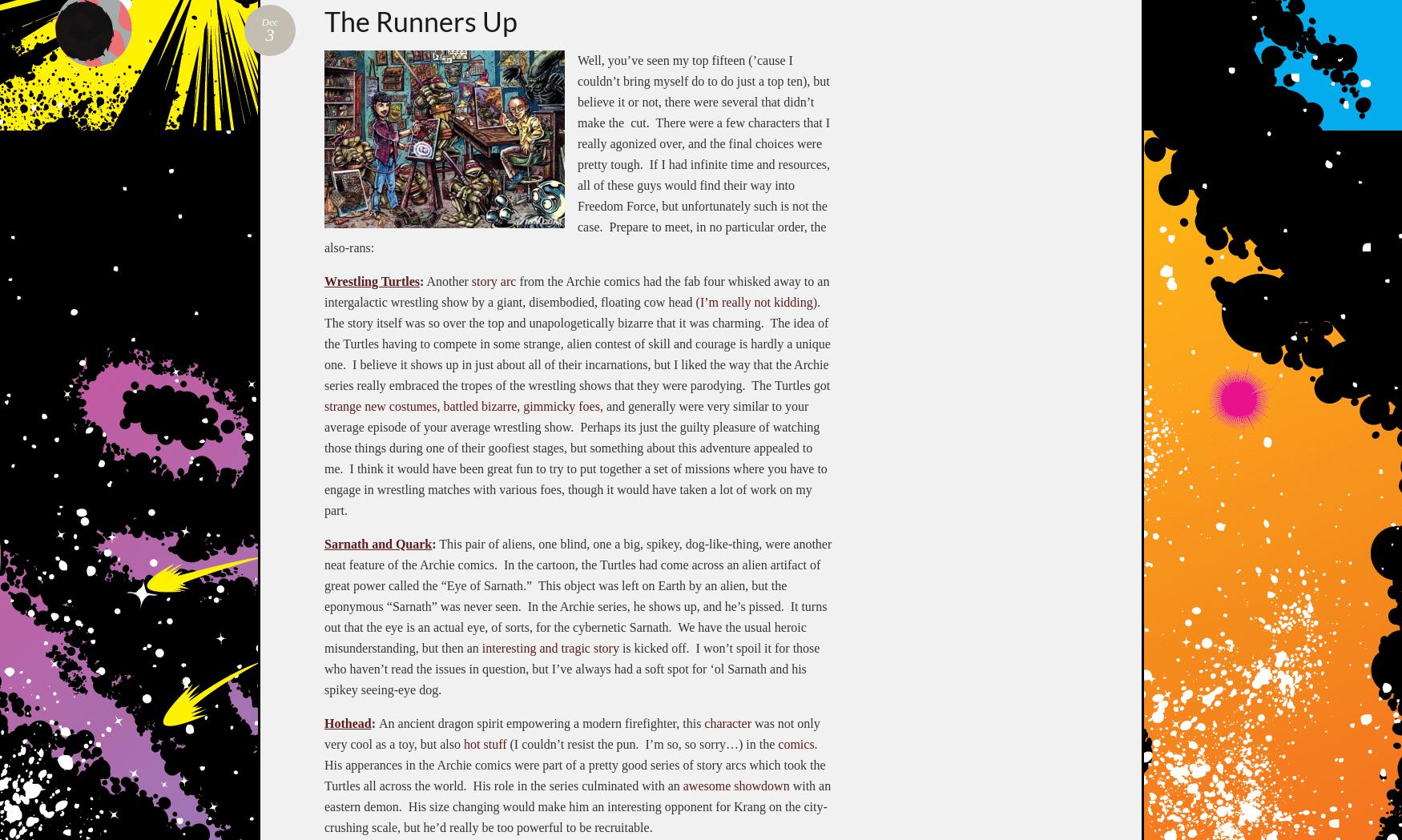  Describe the element at coordinates (572, 667) in the screenshot. I see `'is kicked off.  I won’t spoil it for those who haven’t read the issues in question, but I’ve always had a soft spot for ‘ol Sarnath and his spikey seeing-eye dog.'` at that location.